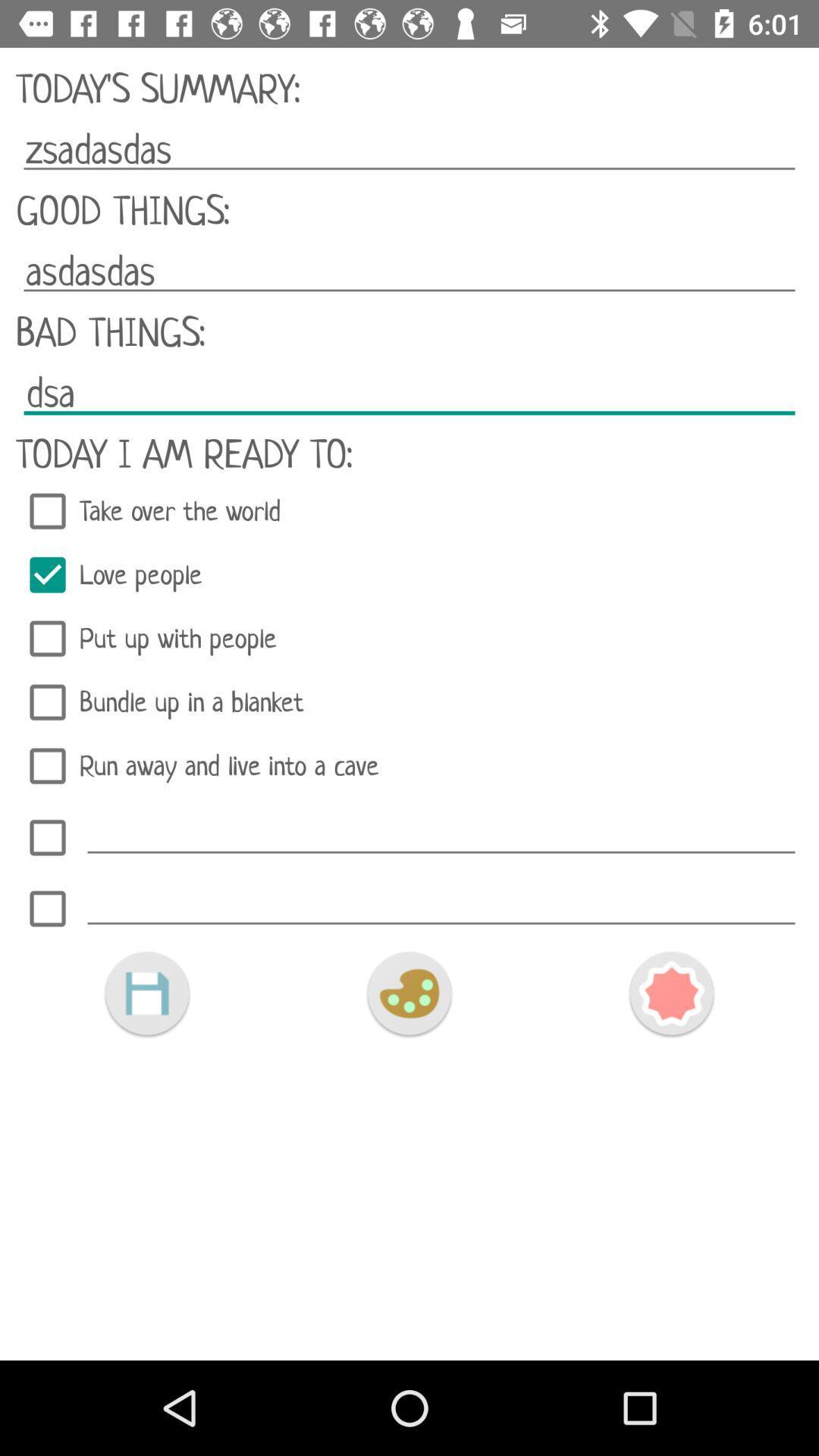 The width and height of the screenshot is (819, 1456). Describe the element at coordinates (46, 908) in the screenshot. I see `check off task` at that location.